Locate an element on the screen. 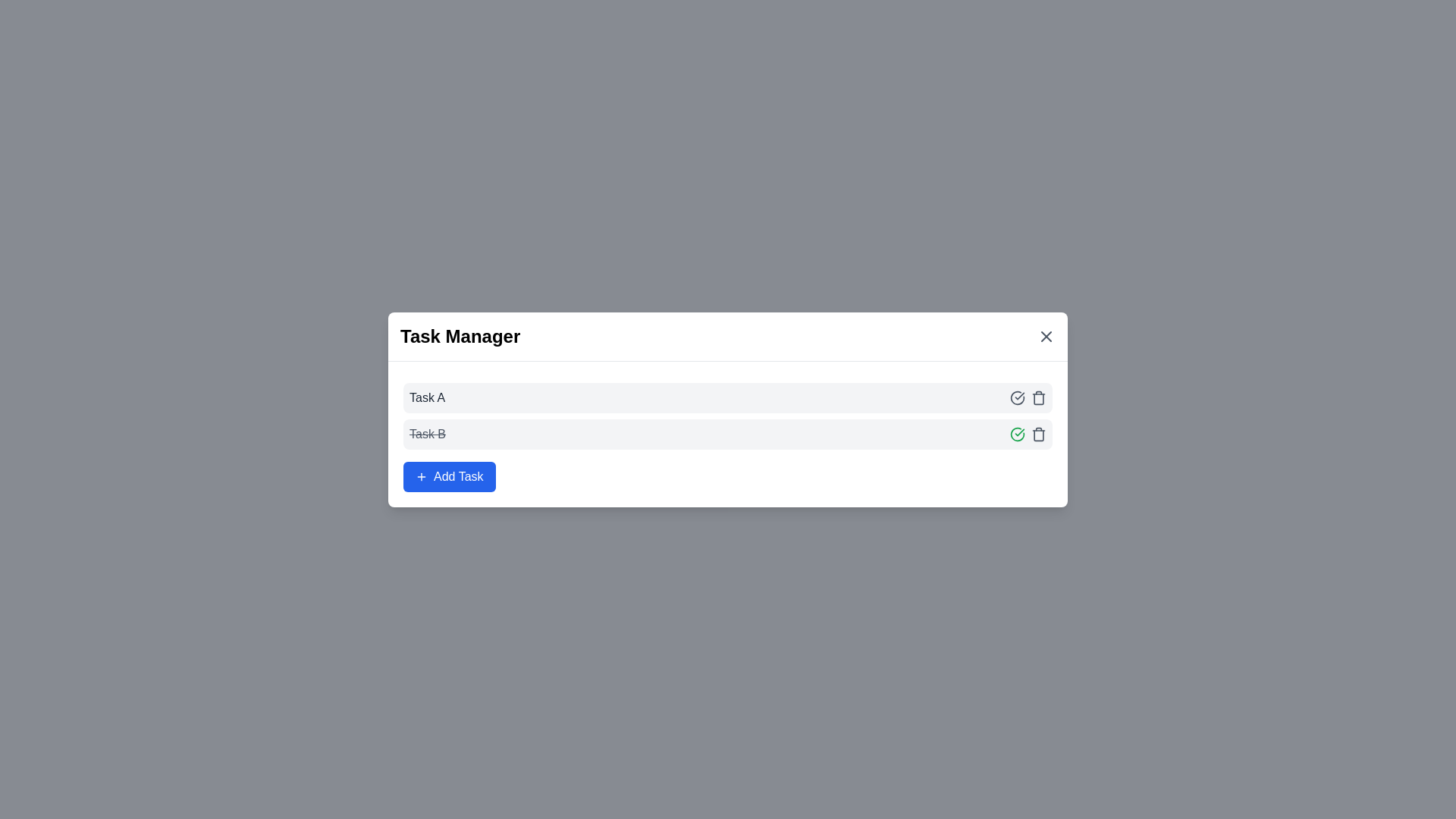  the delete button located in the top-right corner of the task labeled 'Task A' to change its color as a visual cue is located at coordinates (1037, 397).